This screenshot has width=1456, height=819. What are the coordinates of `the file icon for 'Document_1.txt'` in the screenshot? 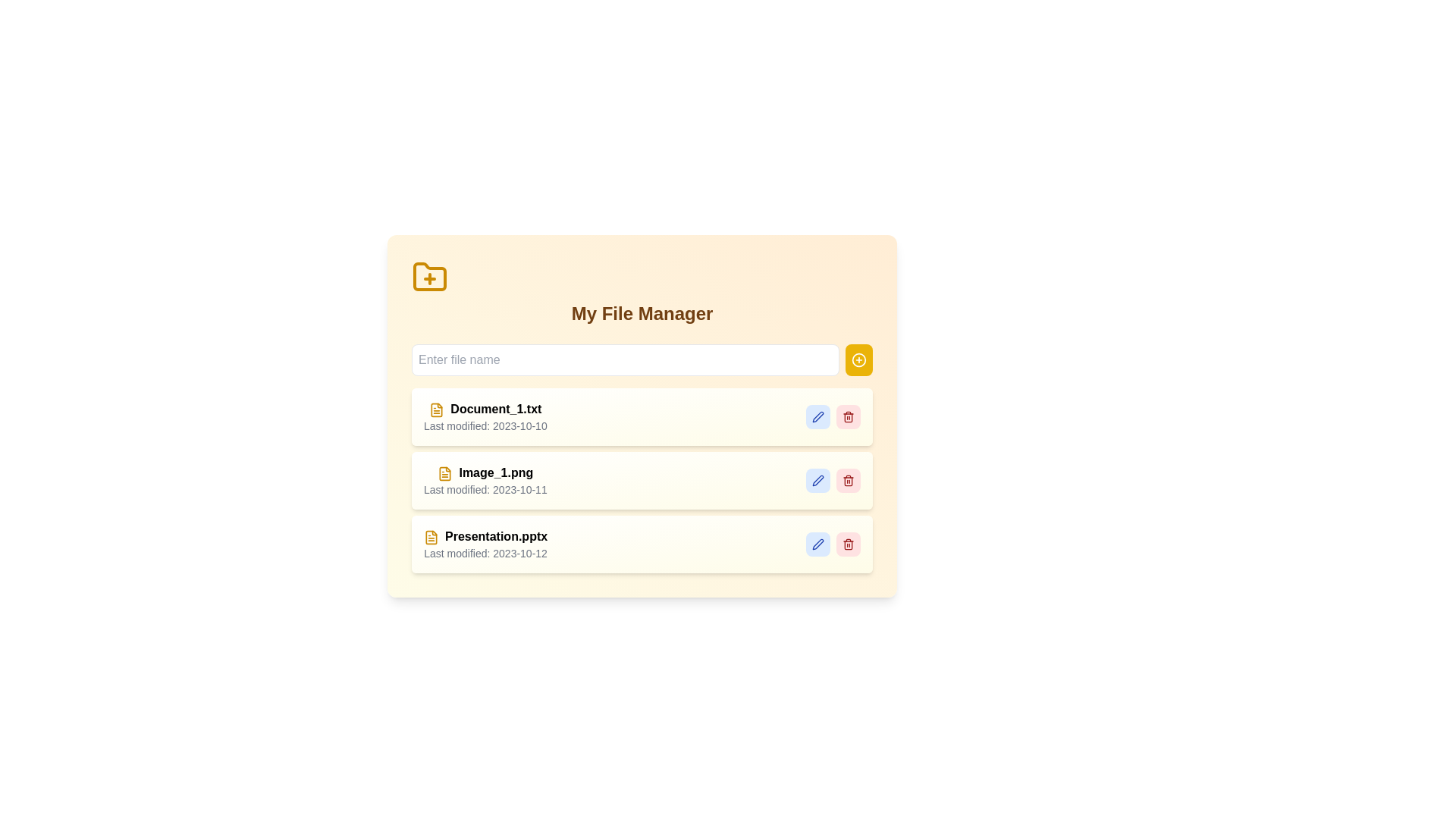 It's located at (444, 472).